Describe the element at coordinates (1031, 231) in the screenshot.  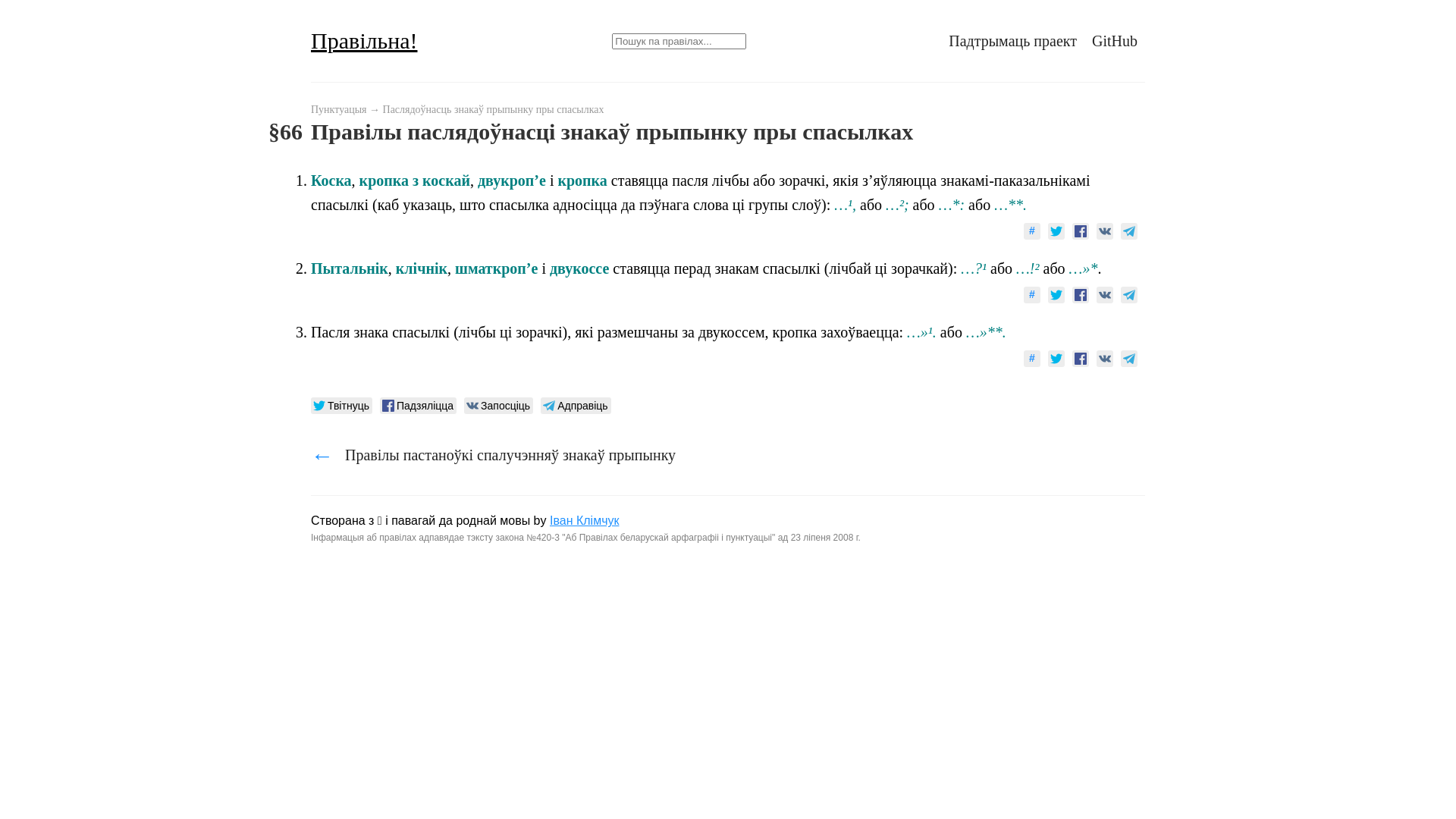
I see `'#'` at that location.